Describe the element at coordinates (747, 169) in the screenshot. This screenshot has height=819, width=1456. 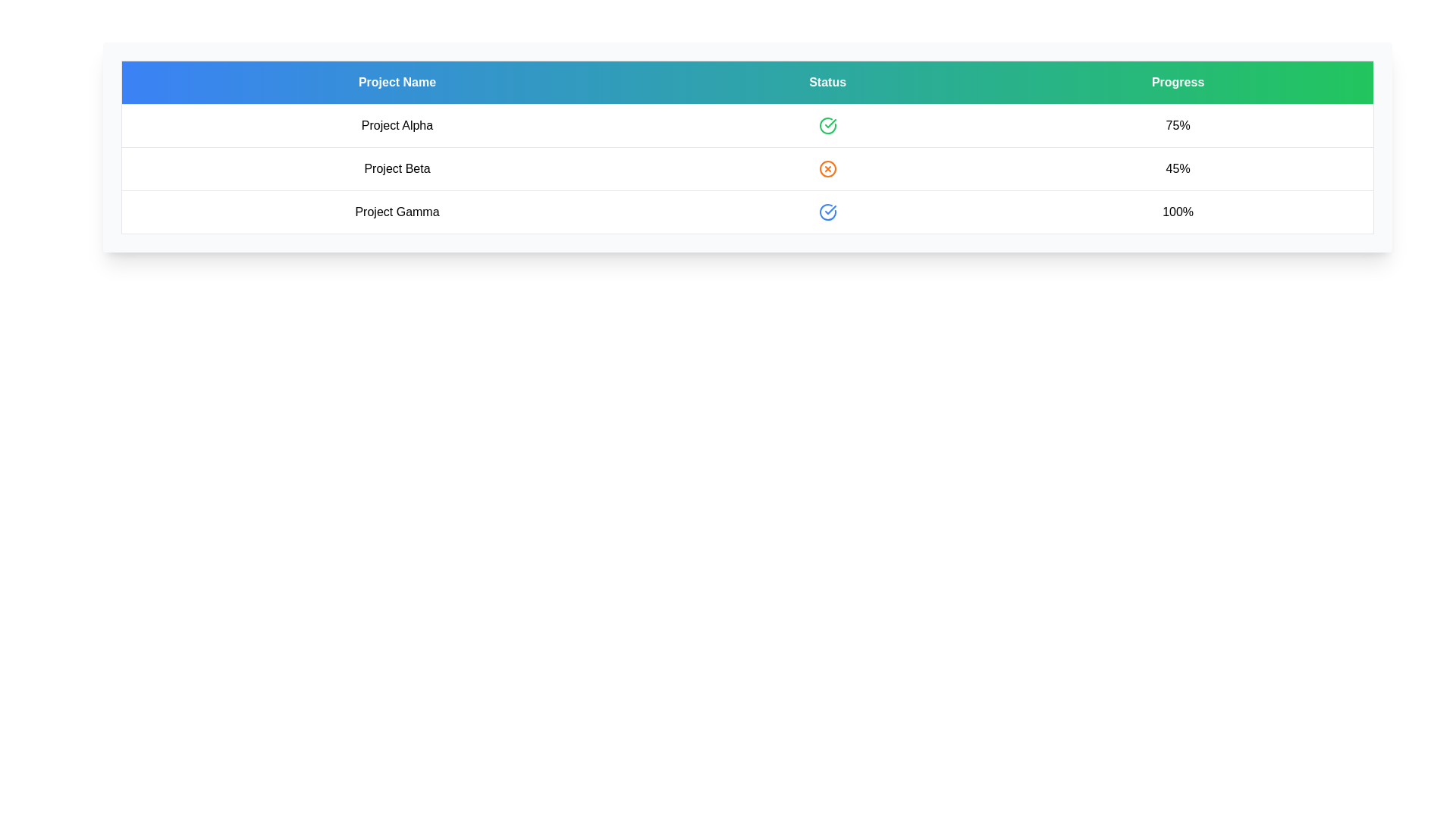
I see `the row corresponding to Project Beta` at that location.